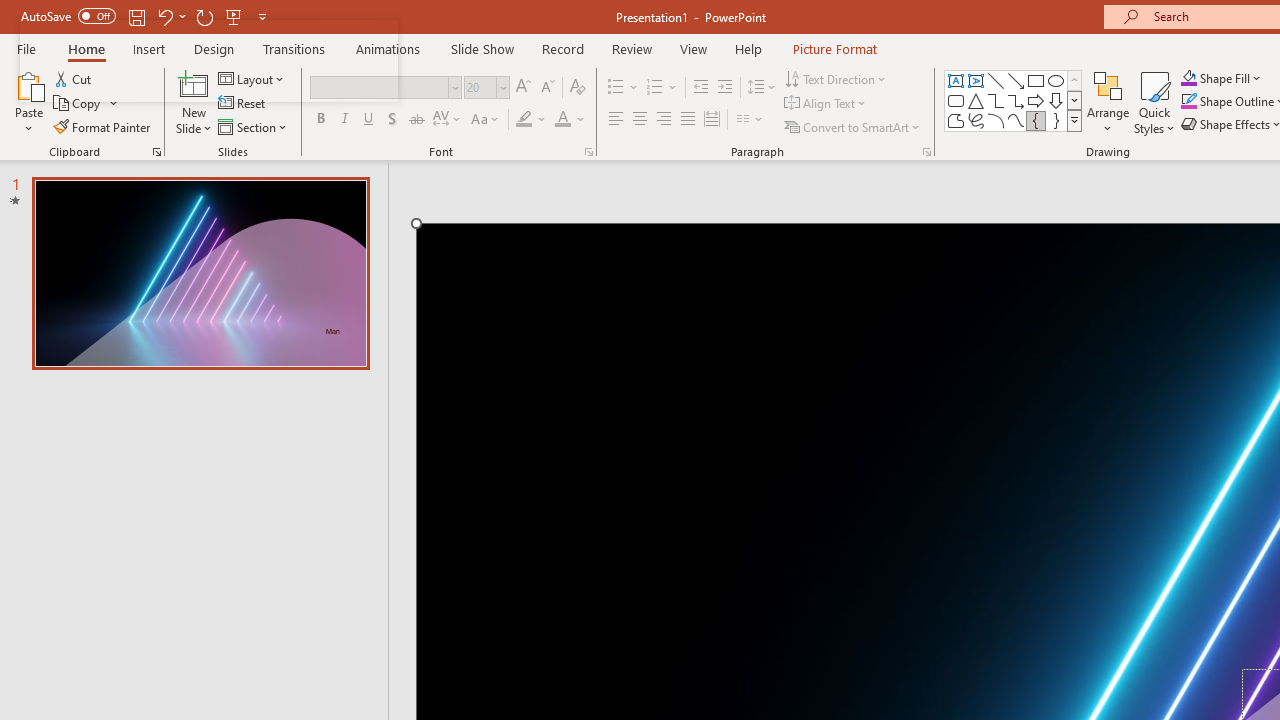 Image resolution: width=1280 pixels, height=720 pixels. Describe the element at coordinates (392, 119) in the screenshot. I see `'Shadow'` at that location.